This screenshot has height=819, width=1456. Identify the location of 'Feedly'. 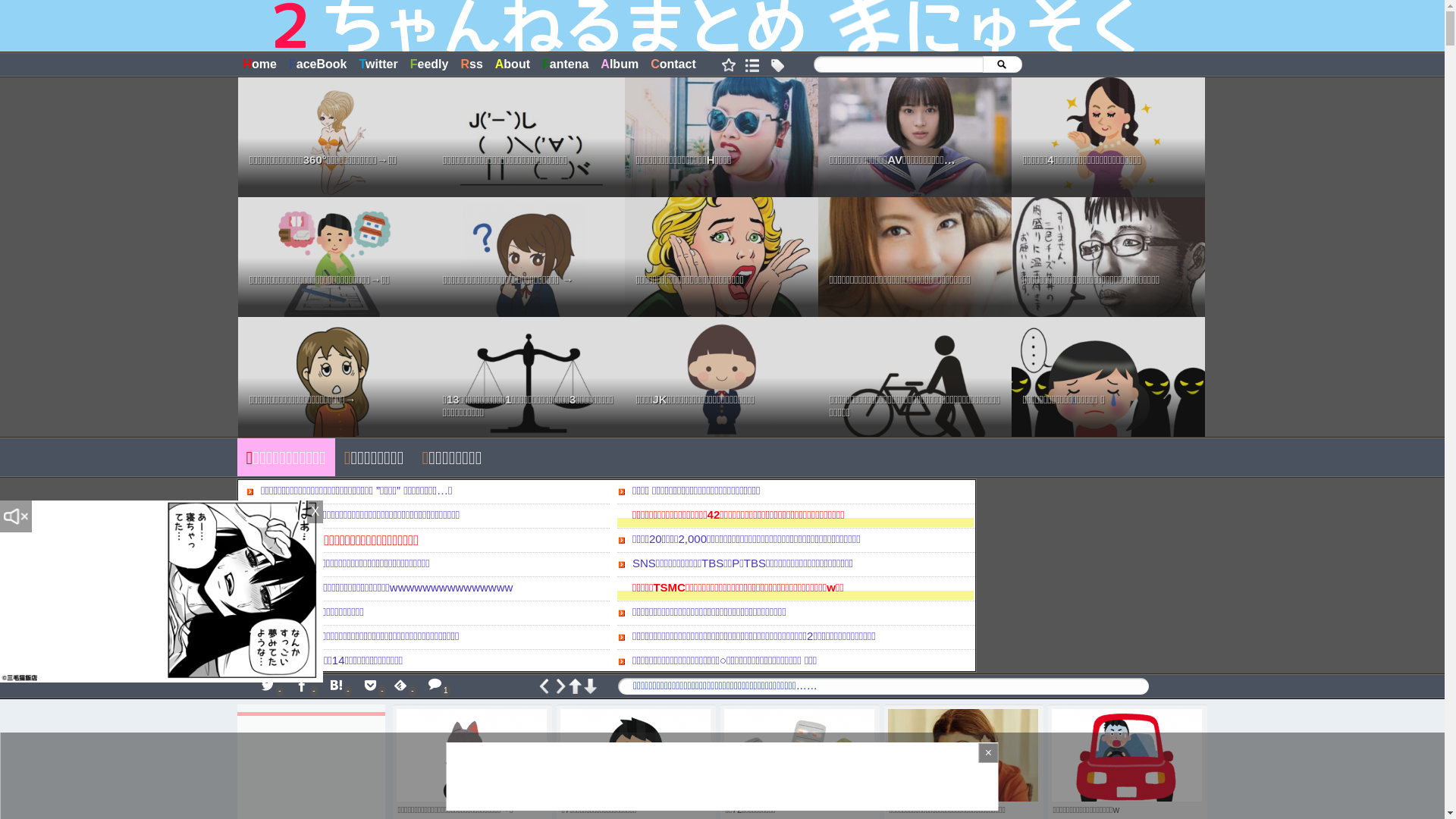
(428, 63).